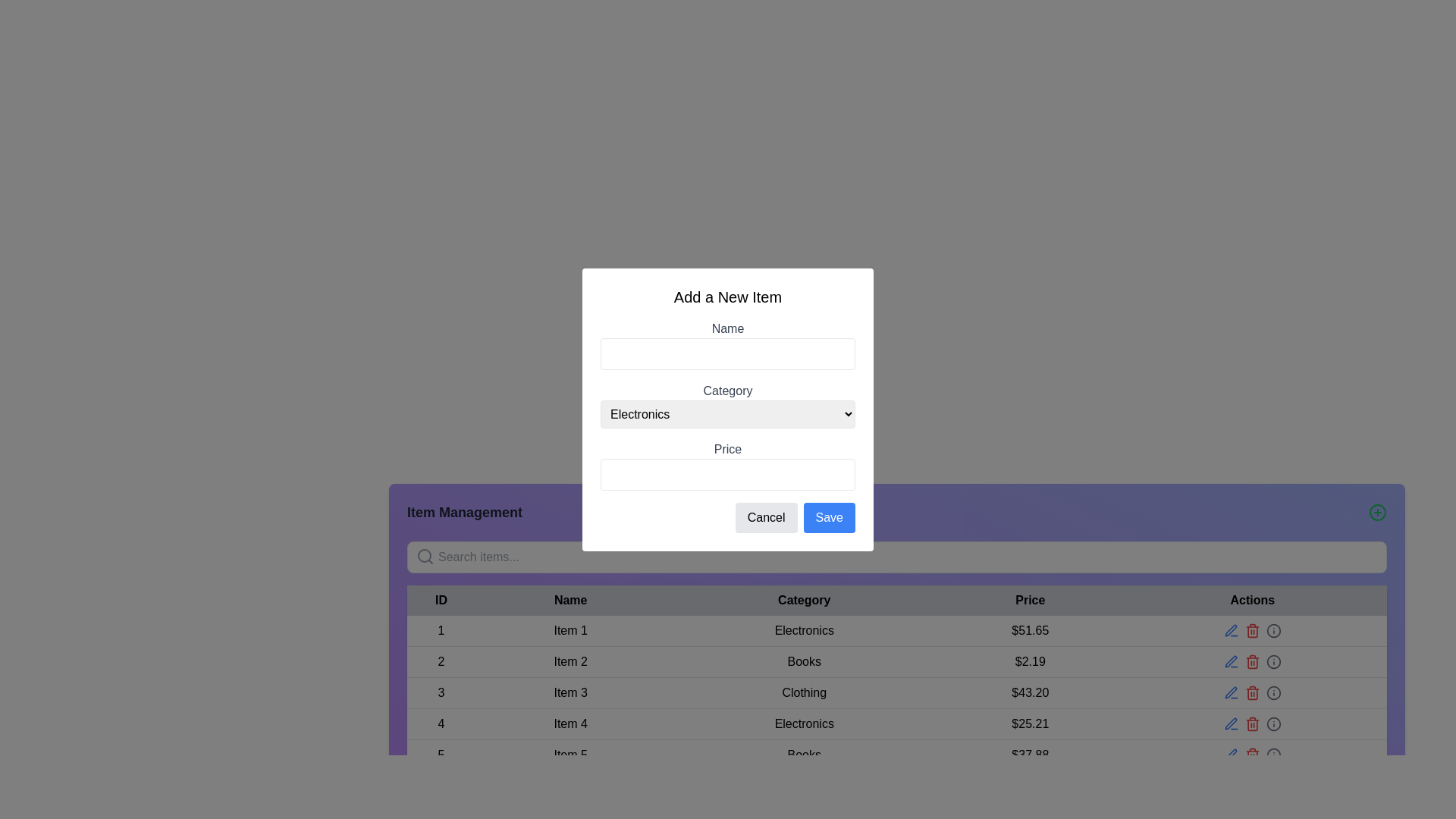 The height and width of the screenshot is (819, 1456). What do you see at coordinates (1273, 755) in the screenshot?
I see `the small circular 'info' icon styled as a button in the fifth row of the 'Actions' column, which is part of the 'Item Management' section` at bounding box center [1273, 755].